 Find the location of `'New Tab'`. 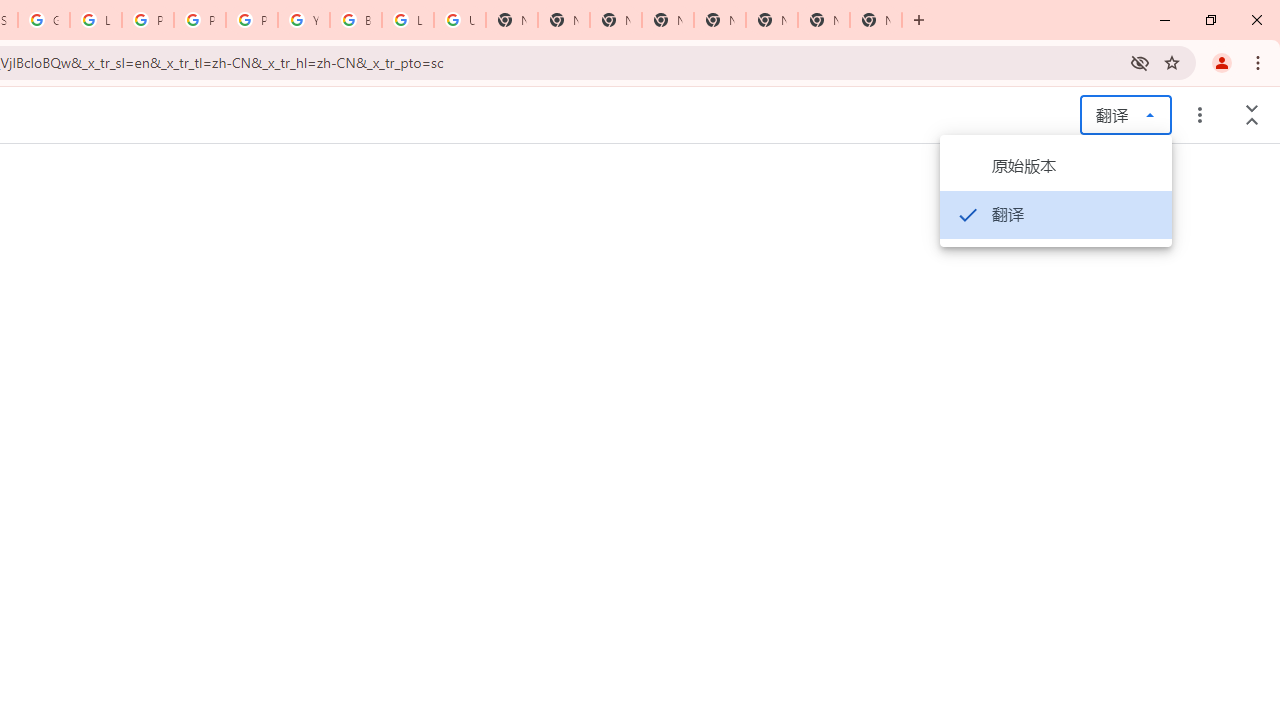

'New Tab' is located at coordinates (876, 20).